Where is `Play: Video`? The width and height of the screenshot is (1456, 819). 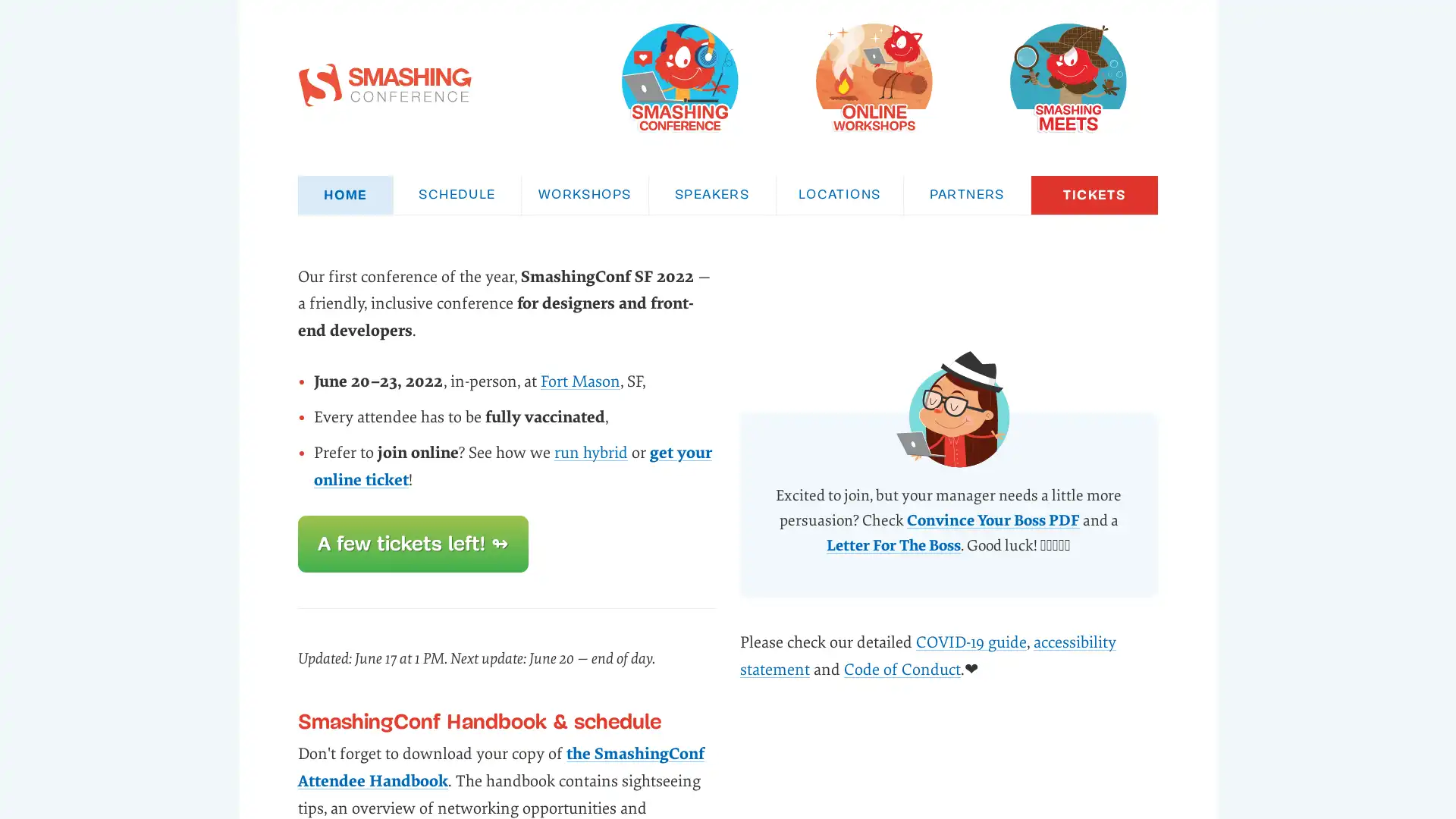
Play: Video is located at coordinates (948, 414).